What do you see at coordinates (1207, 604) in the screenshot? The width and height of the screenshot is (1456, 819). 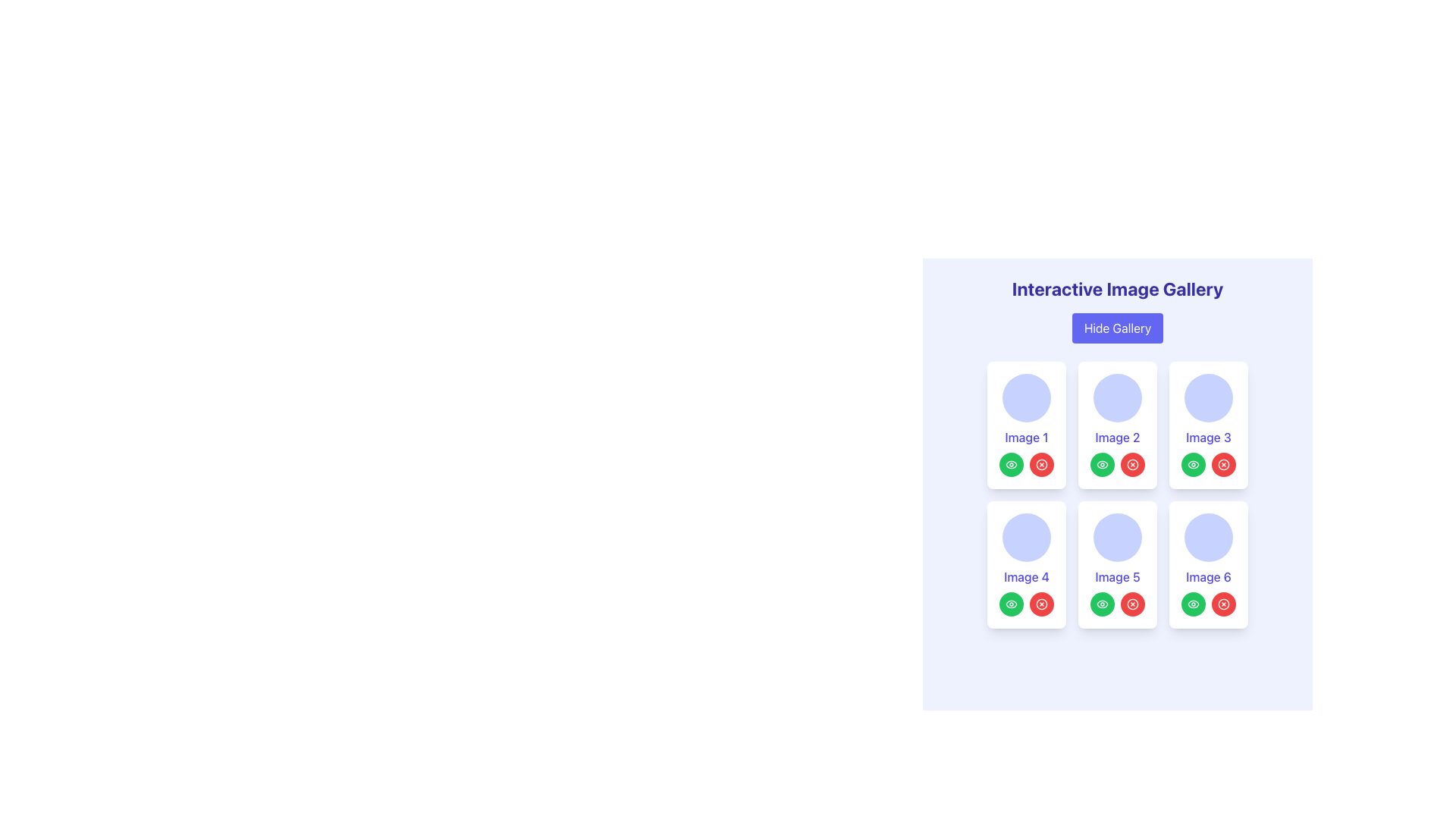 I see `the grouped buttons for visual and deletion control associated with 'Image 6' located at the bottom center of the card in the 'Interactive Image Gallery'` at bounding box center [1207, 604].